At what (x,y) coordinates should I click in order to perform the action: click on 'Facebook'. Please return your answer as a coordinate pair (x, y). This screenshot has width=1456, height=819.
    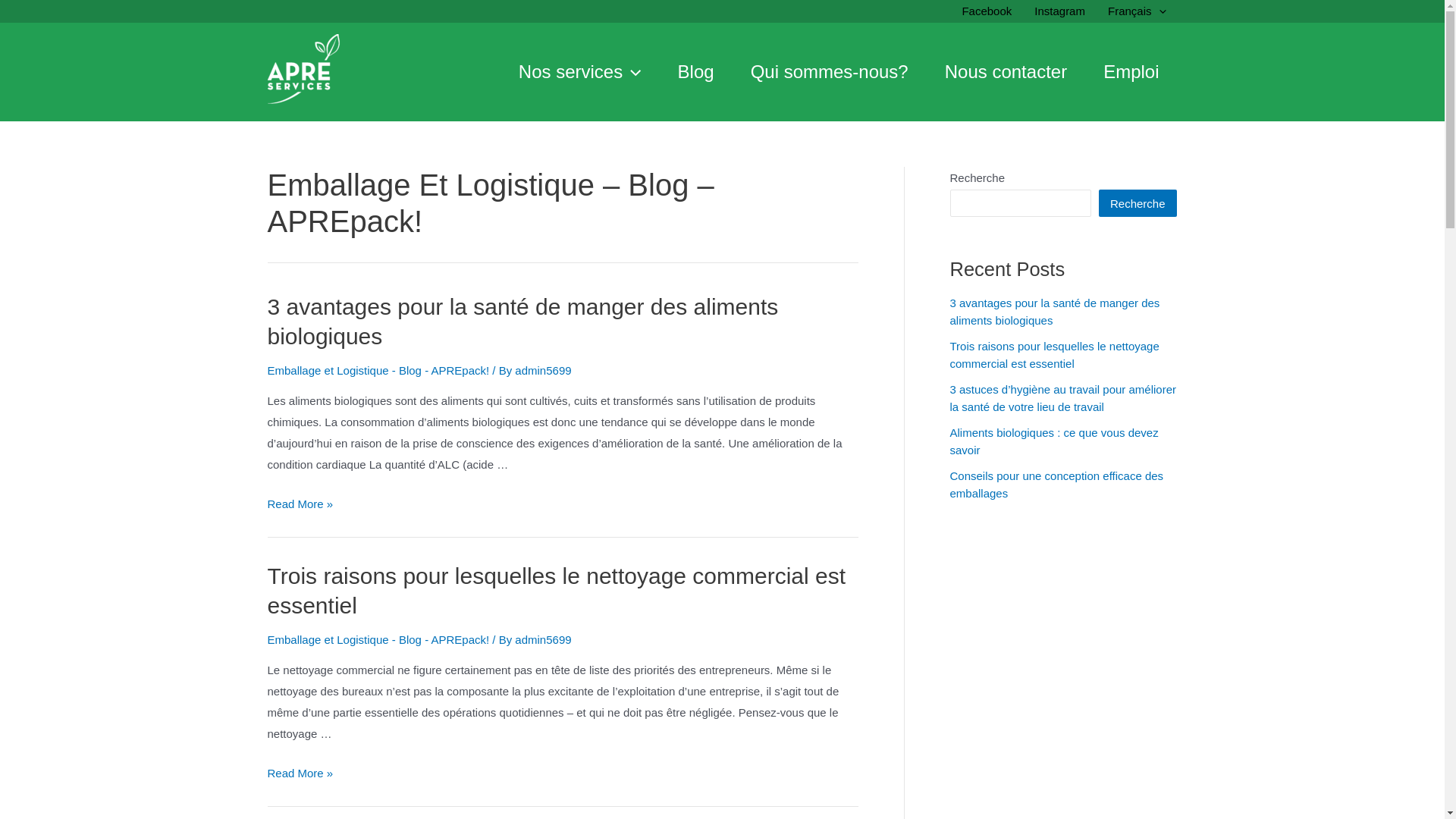
    Looking at the image, I should click on (986, 11).